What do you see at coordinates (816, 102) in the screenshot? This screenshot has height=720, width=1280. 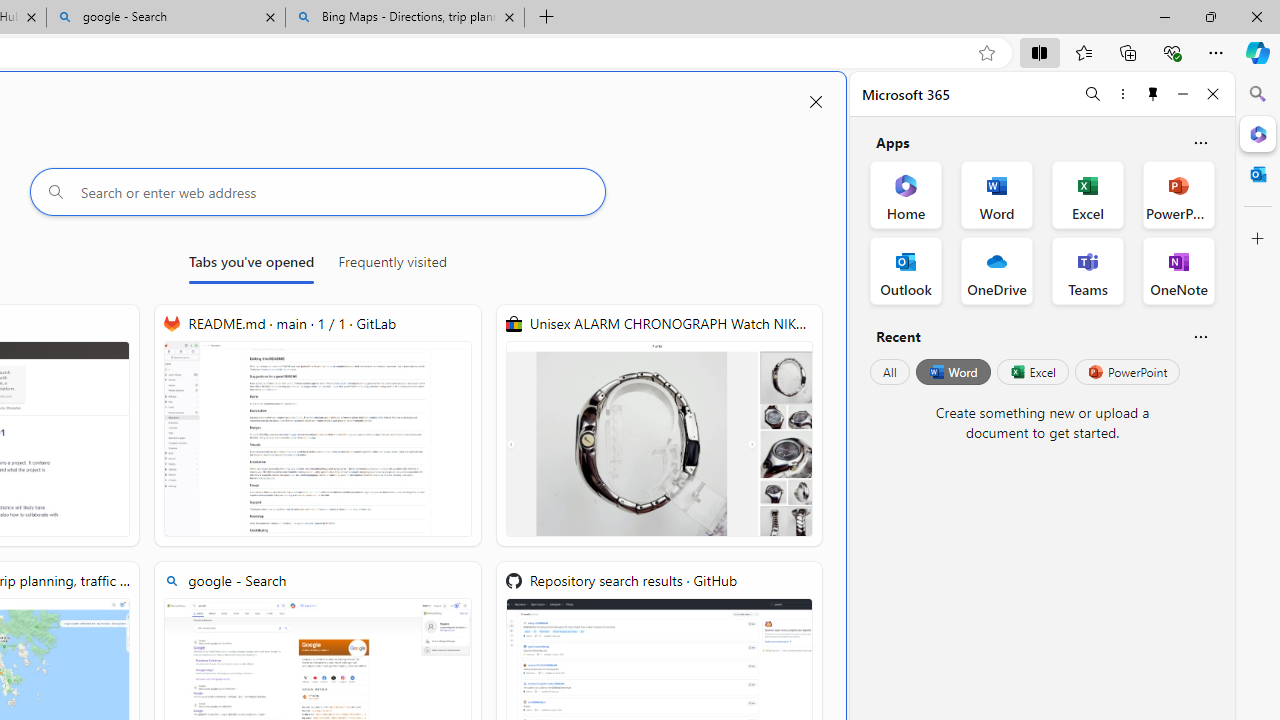 I see `'Close split screen'` at bounding box center [816, 102].